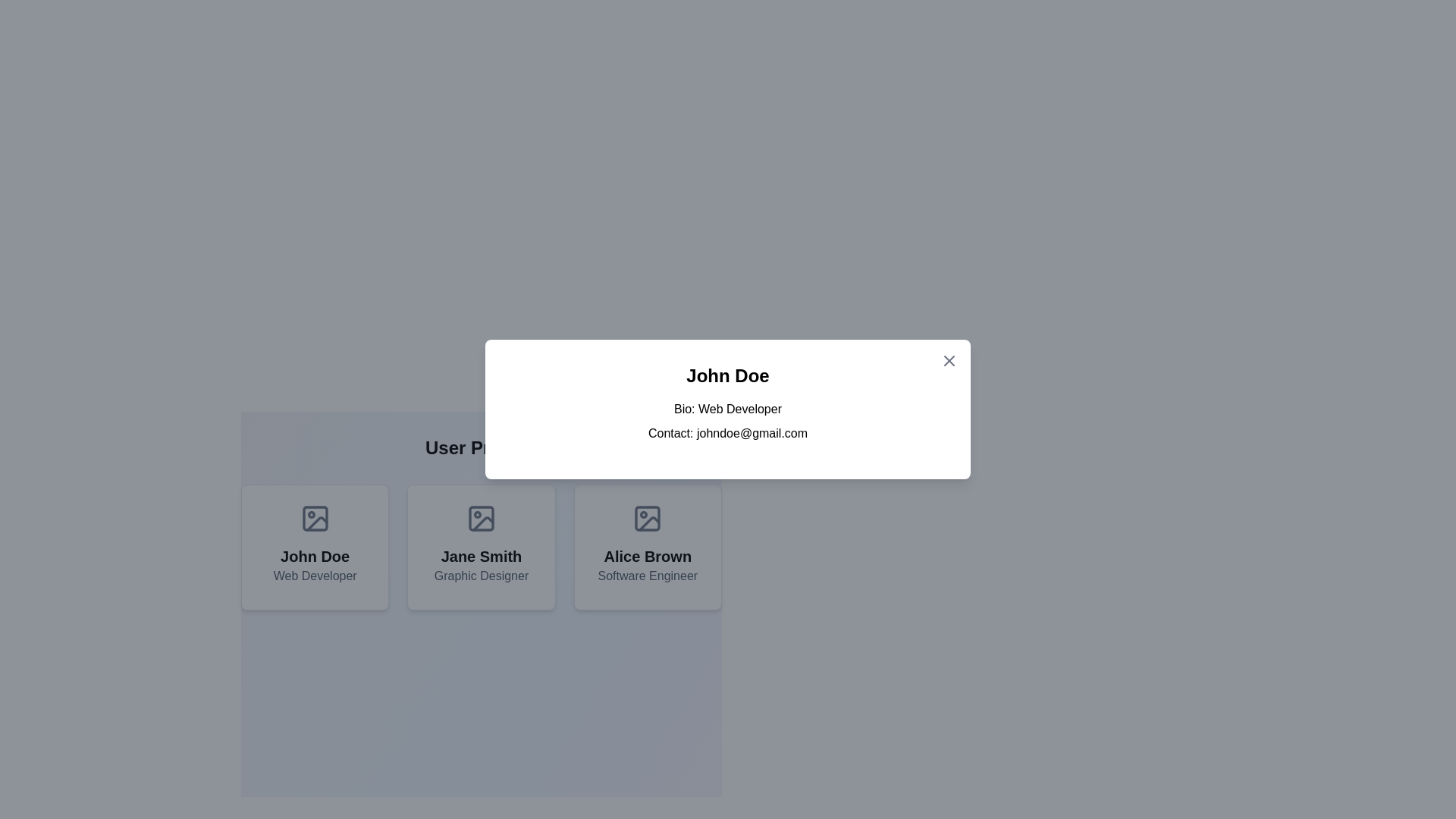 The image size is (1456, 819). I want to click on the close button located at the top-right corner of the modal dialog to observe the hover effect, so click(949, 360).